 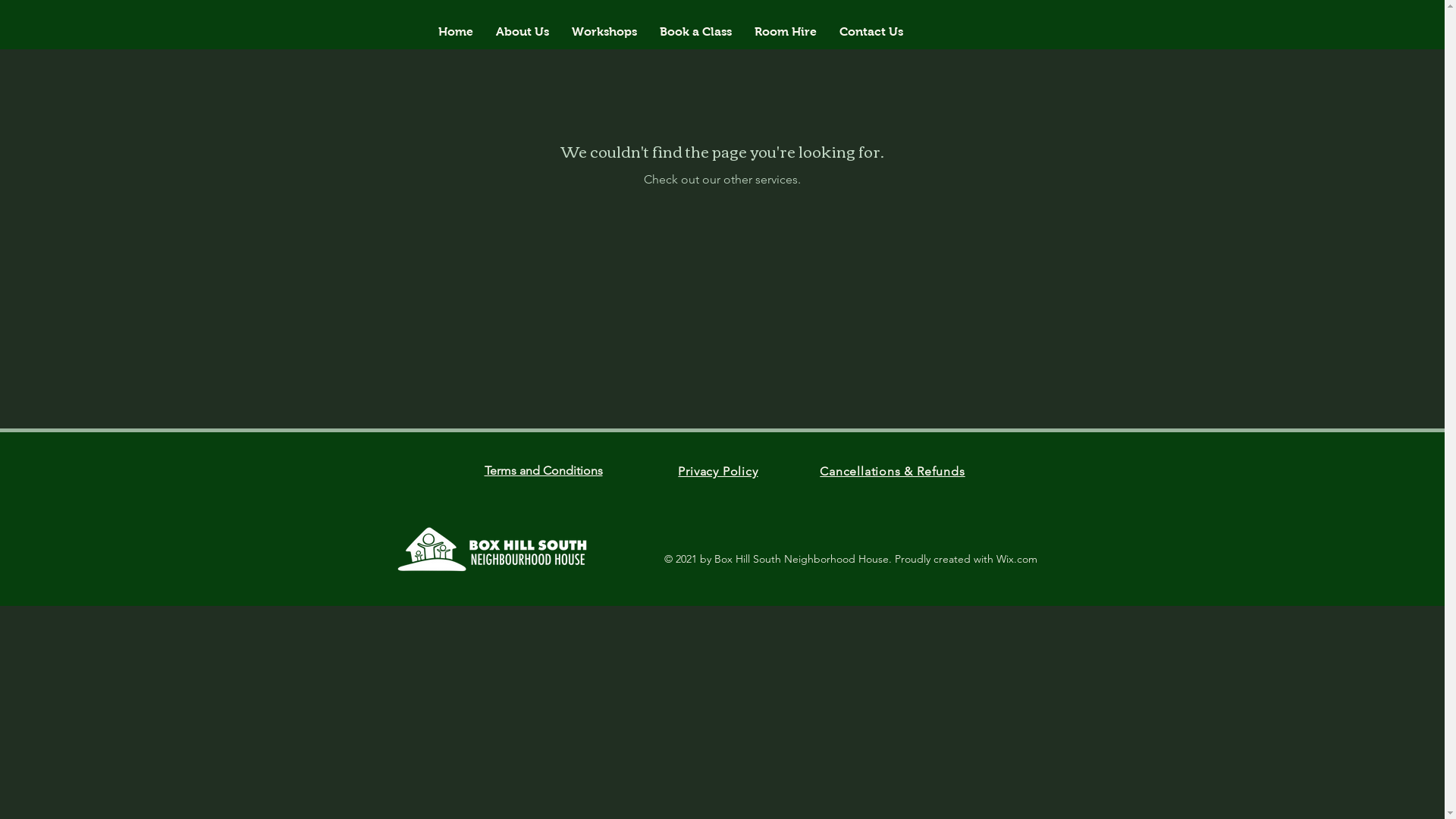 I want to click on 'Contact Us', so click(x=871, y=32).